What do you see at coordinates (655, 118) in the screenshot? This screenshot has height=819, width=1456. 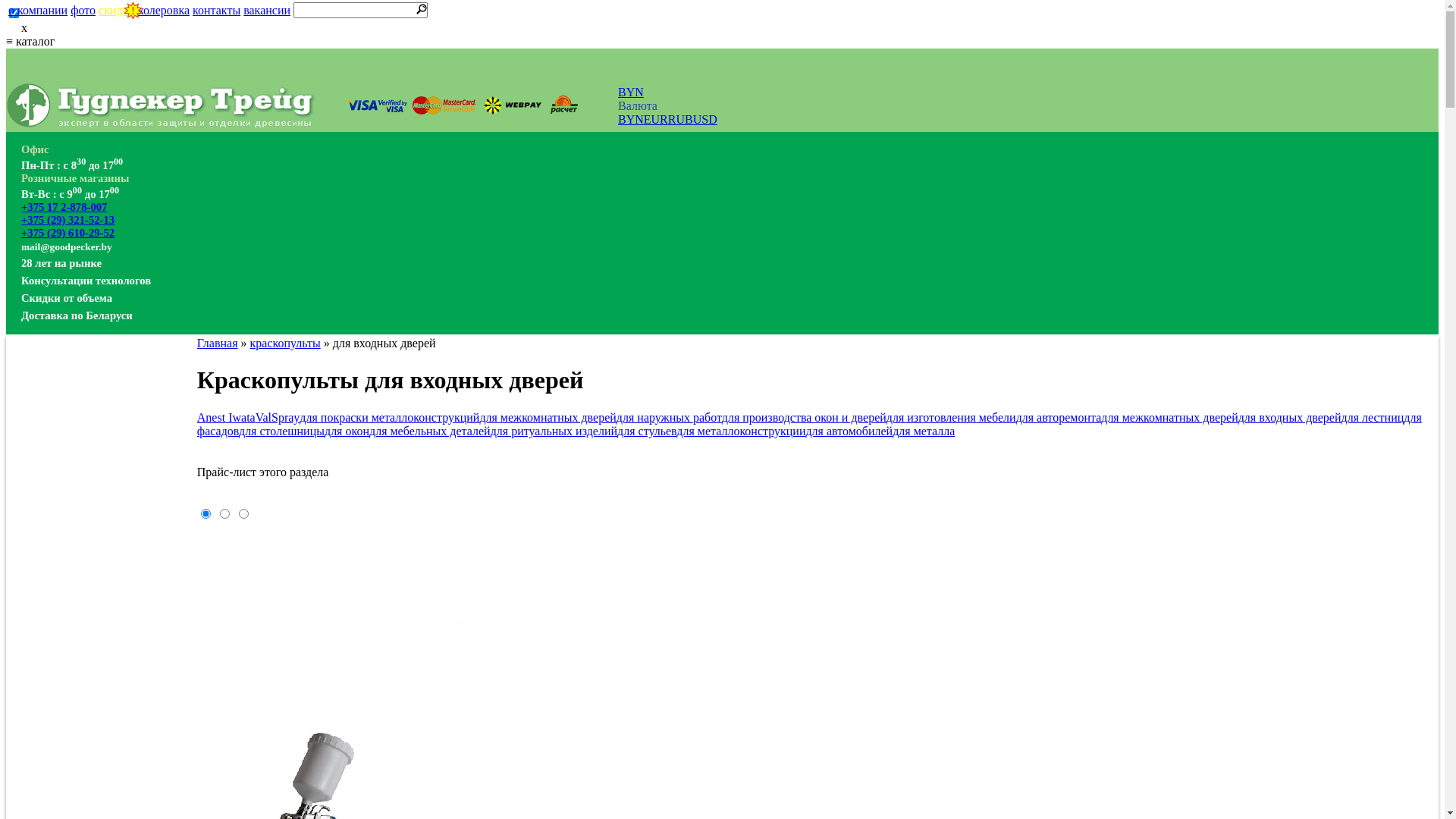 I see `'EUR'` at bounding box center [655, 118].